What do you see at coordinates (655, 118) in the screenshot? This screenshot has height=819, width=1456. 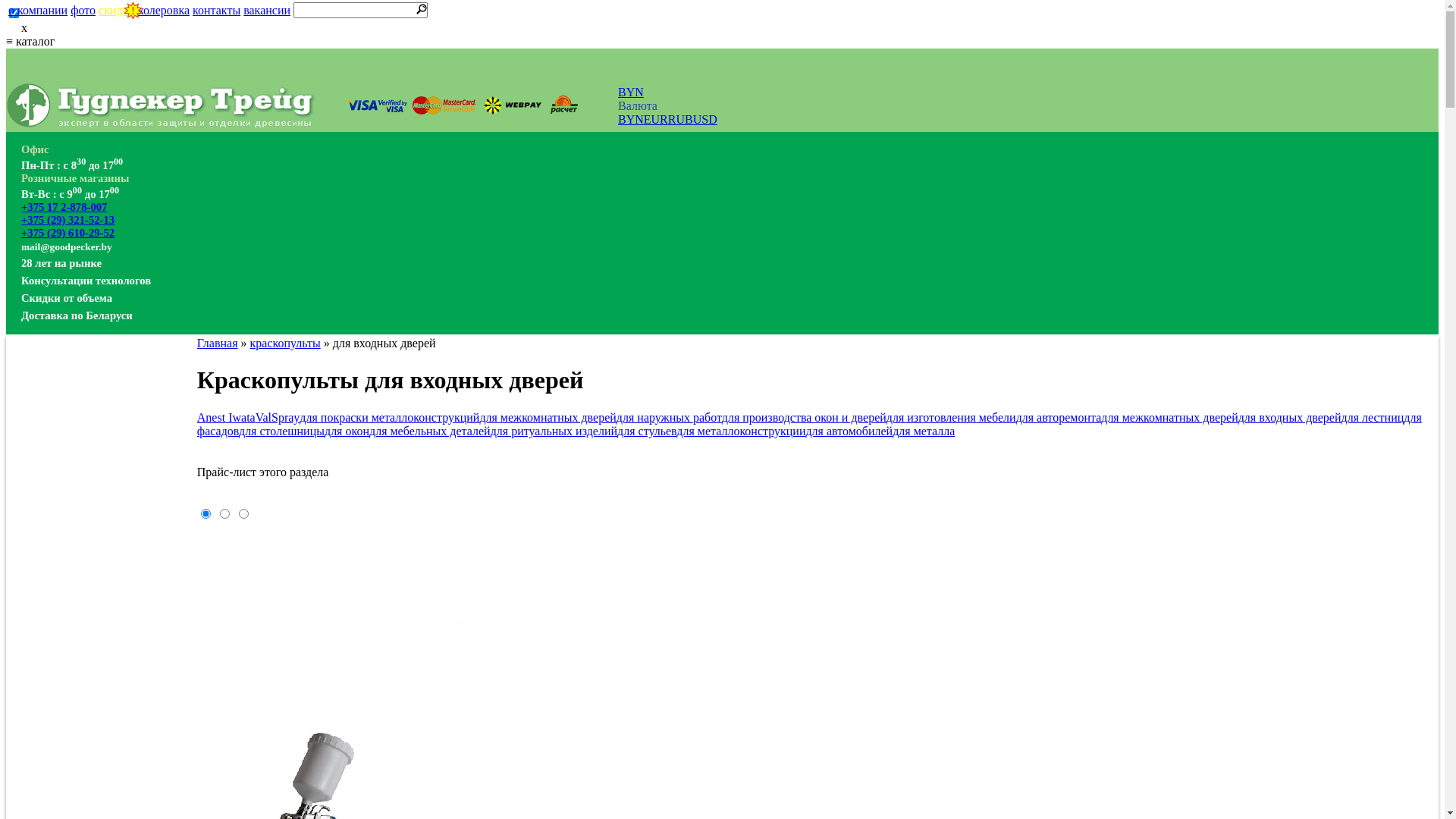 I see `'EUR'` at bounding box center [655, 118].